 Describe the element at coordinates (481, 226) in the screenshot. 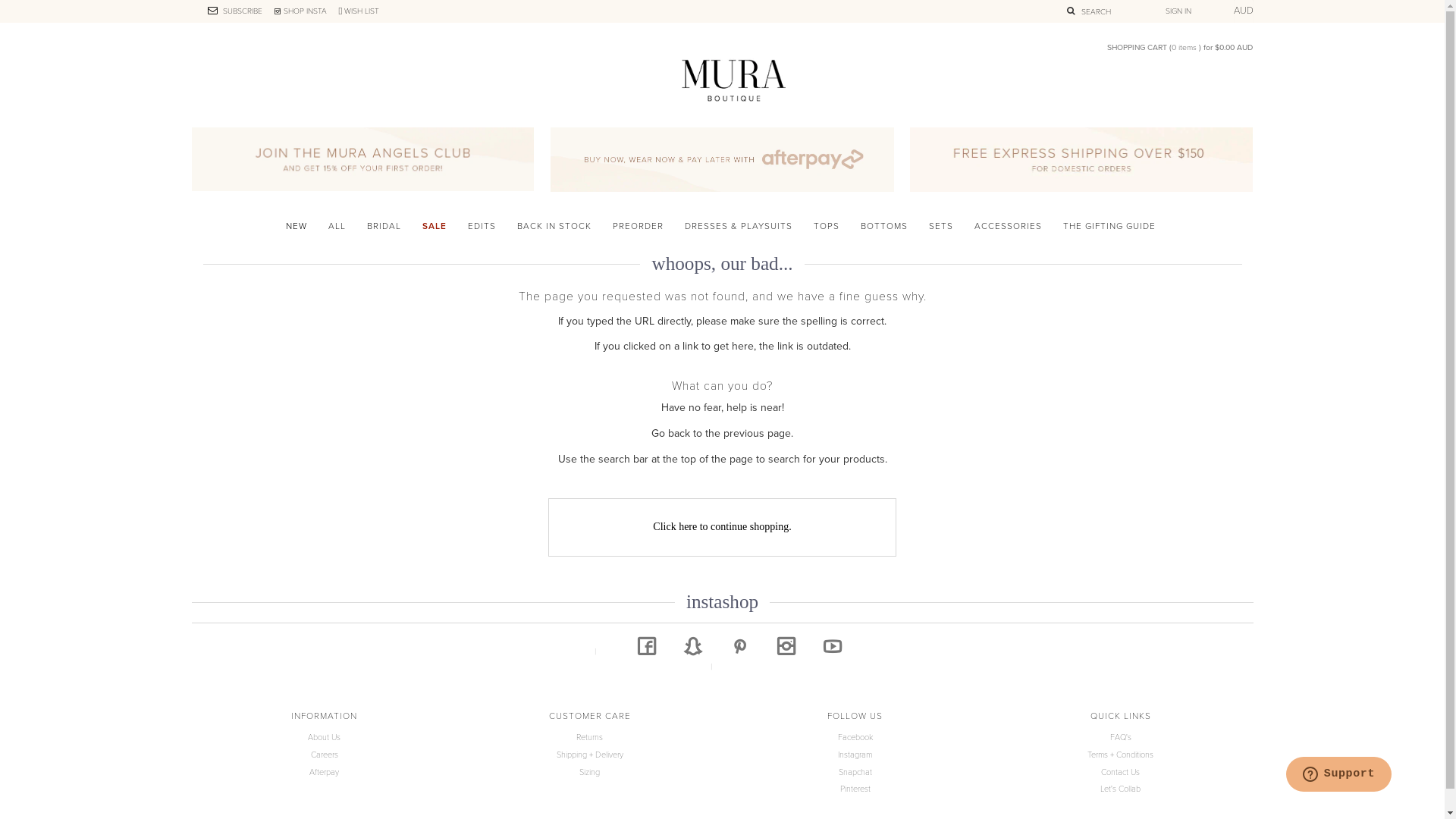

I see `'EDITS'` at that location.